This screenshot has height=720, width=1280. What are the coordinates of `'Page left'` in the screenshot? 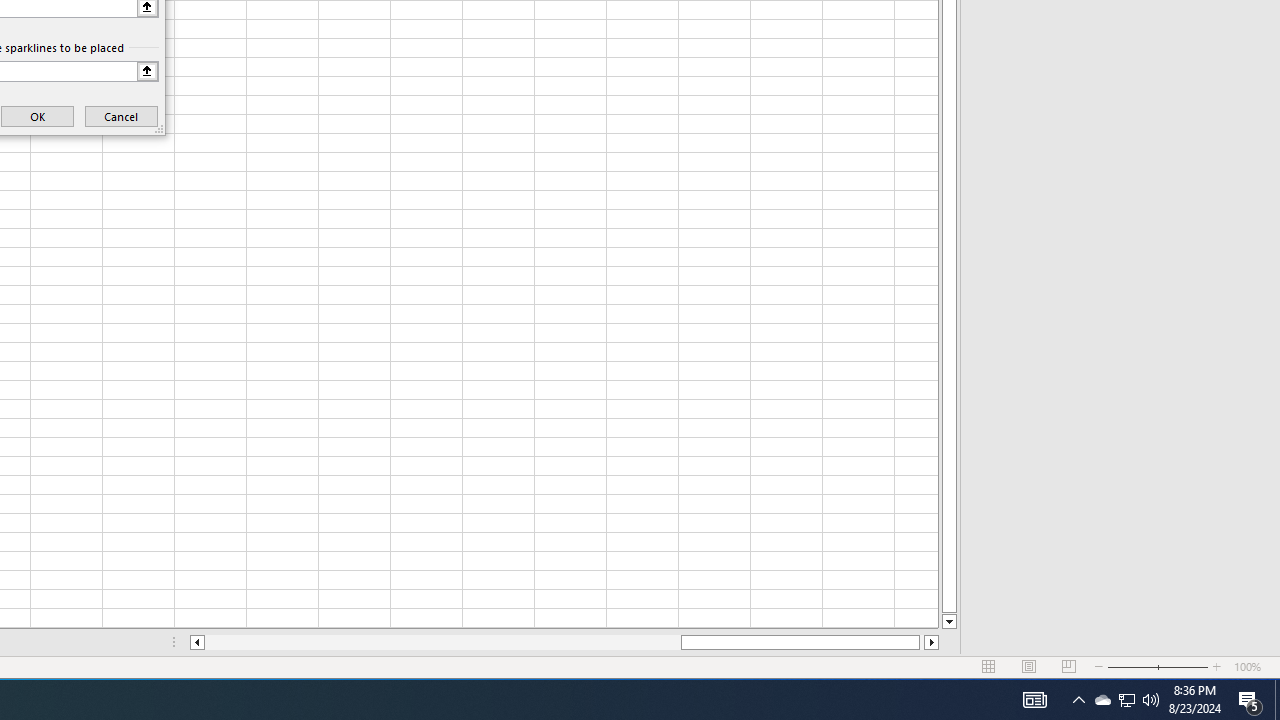 It's located at (441, 642).